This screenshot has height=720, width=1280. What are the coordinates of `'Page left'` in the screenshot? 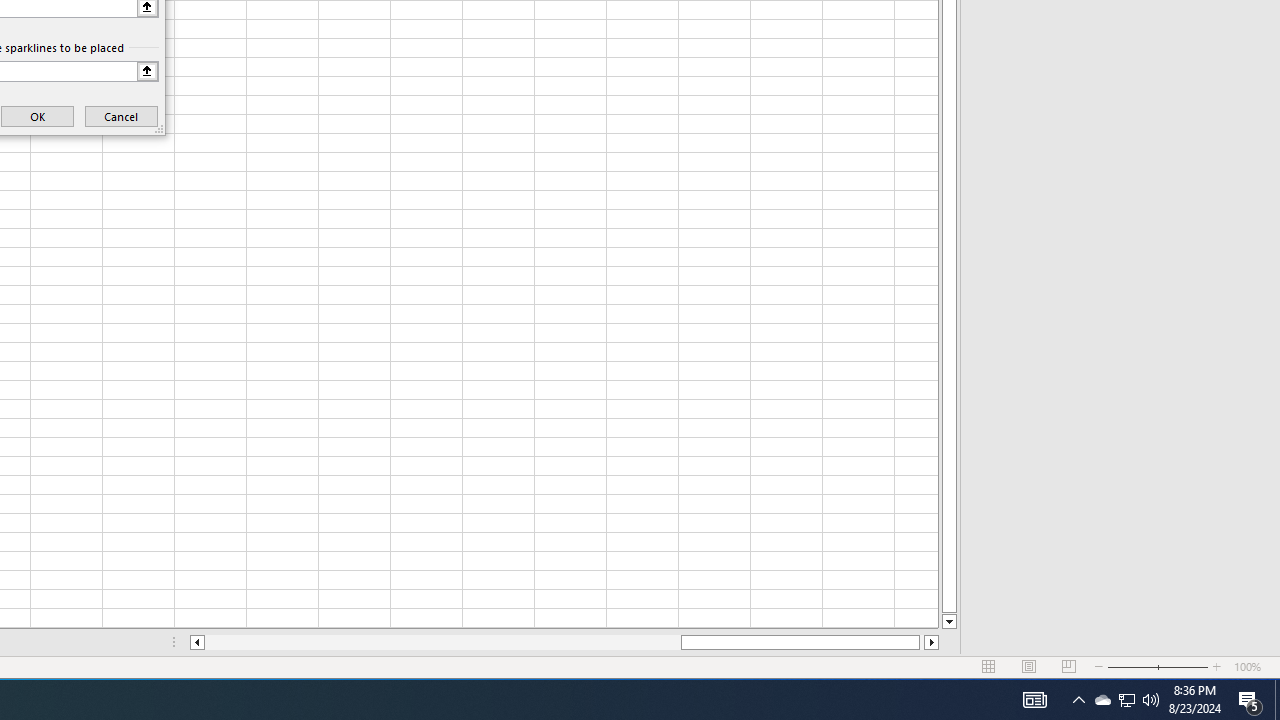 It's located at (441, 642).